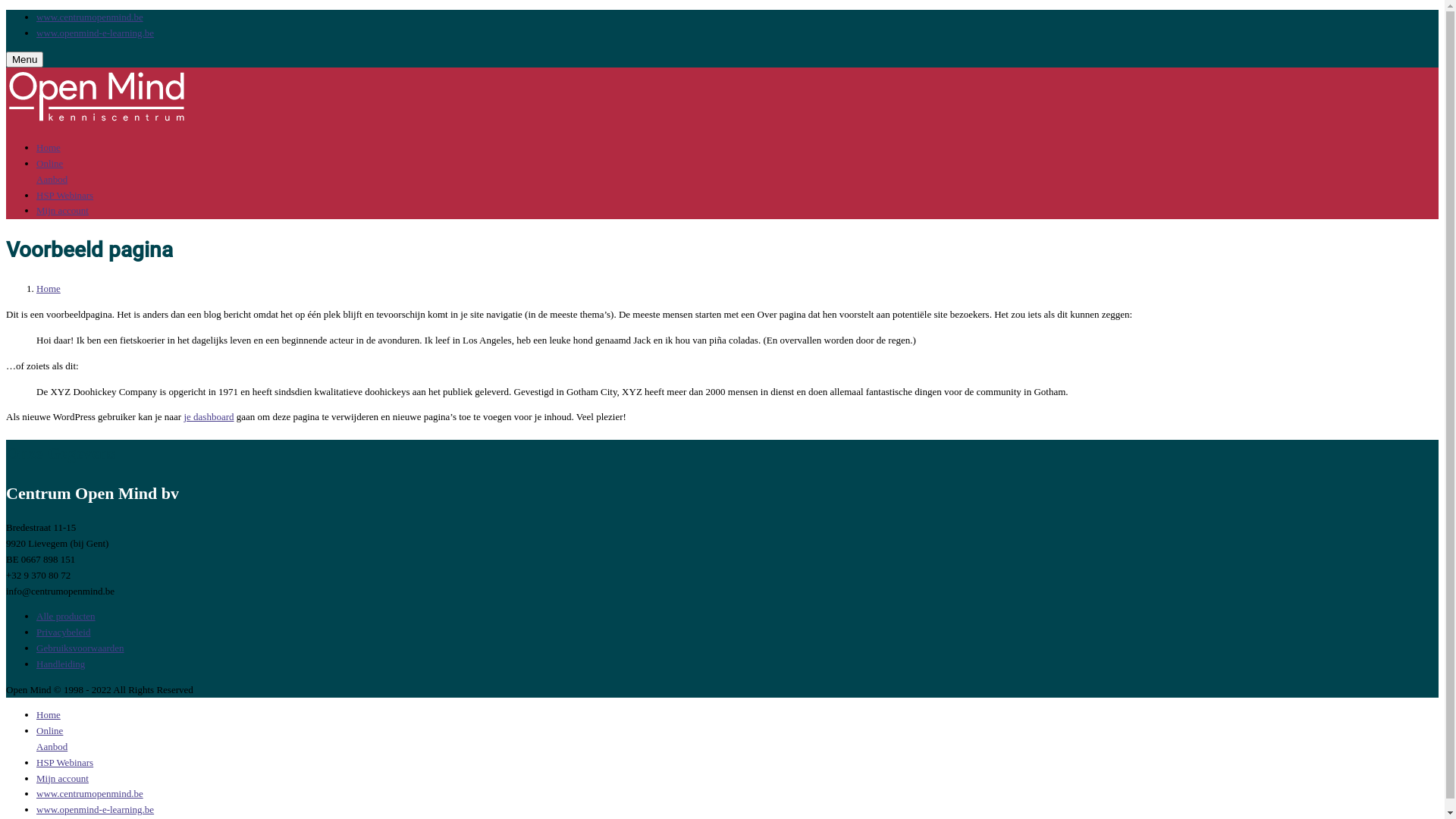 The height and width of the screenshot is (819, 1456). What do you see at coordinates (6, 58) in the screenshot?
I see `'Menu'` at bounding box center [6, 58].